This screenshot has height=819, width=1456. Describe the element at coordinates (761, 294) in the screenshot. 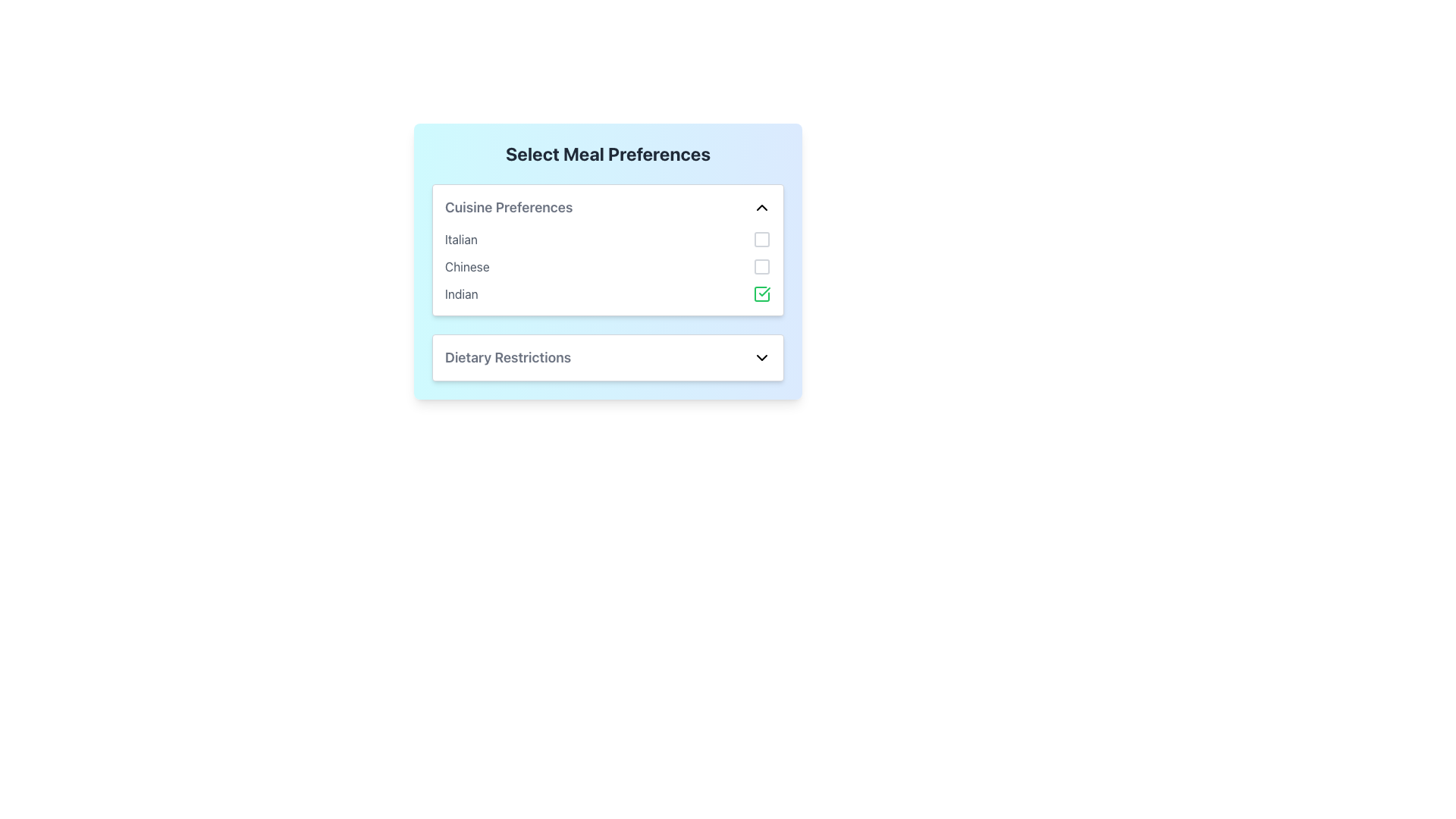

I see `the active green checkbox icon located to the right of the 'Indian' cuisine preference` at that location.